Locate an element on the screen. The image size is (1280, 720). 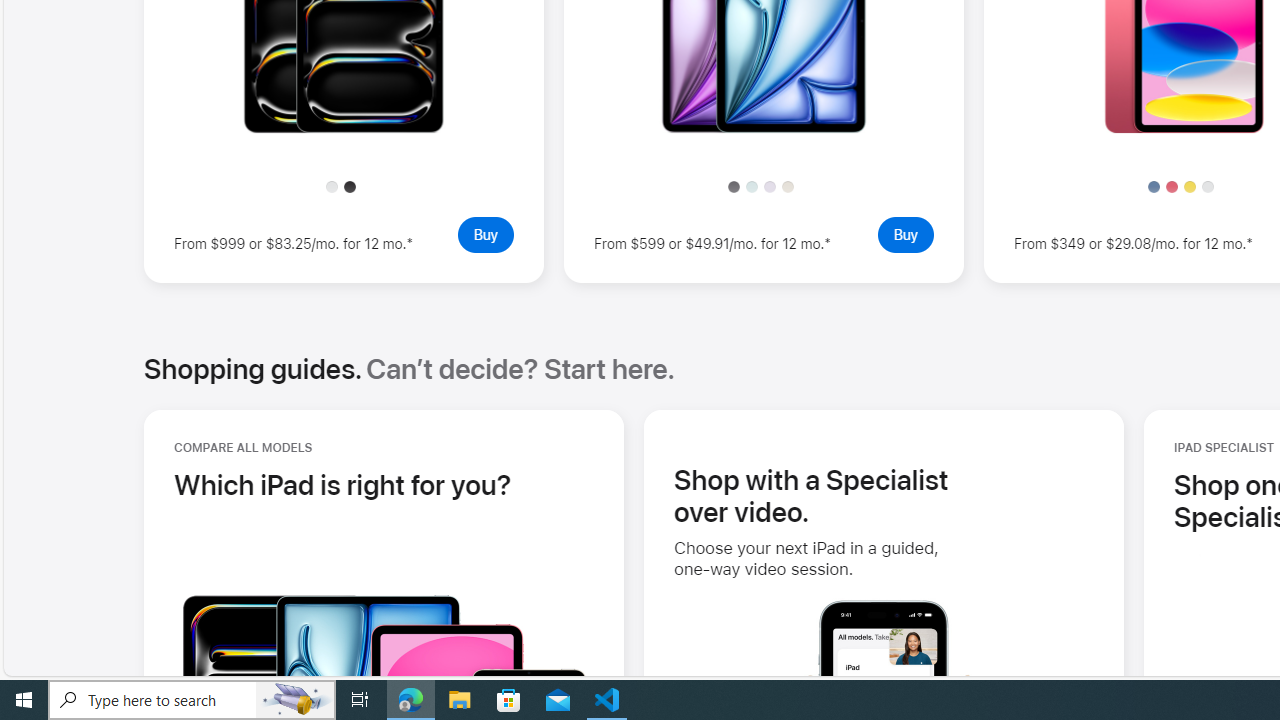
'Blue' is located at coordinates (1153, 186).